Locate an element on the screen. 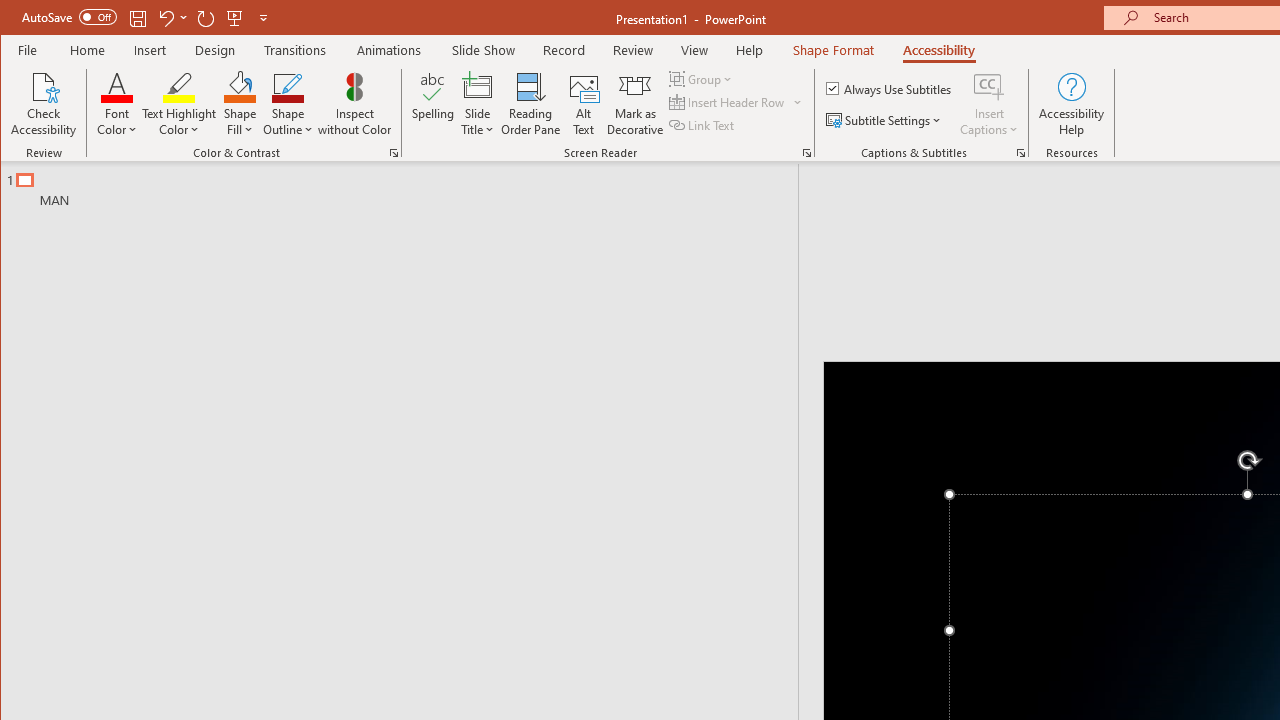 This screenshot has height=720, width=1280. 'Captions & Subtitles' is located at coordinates (1020, 152).